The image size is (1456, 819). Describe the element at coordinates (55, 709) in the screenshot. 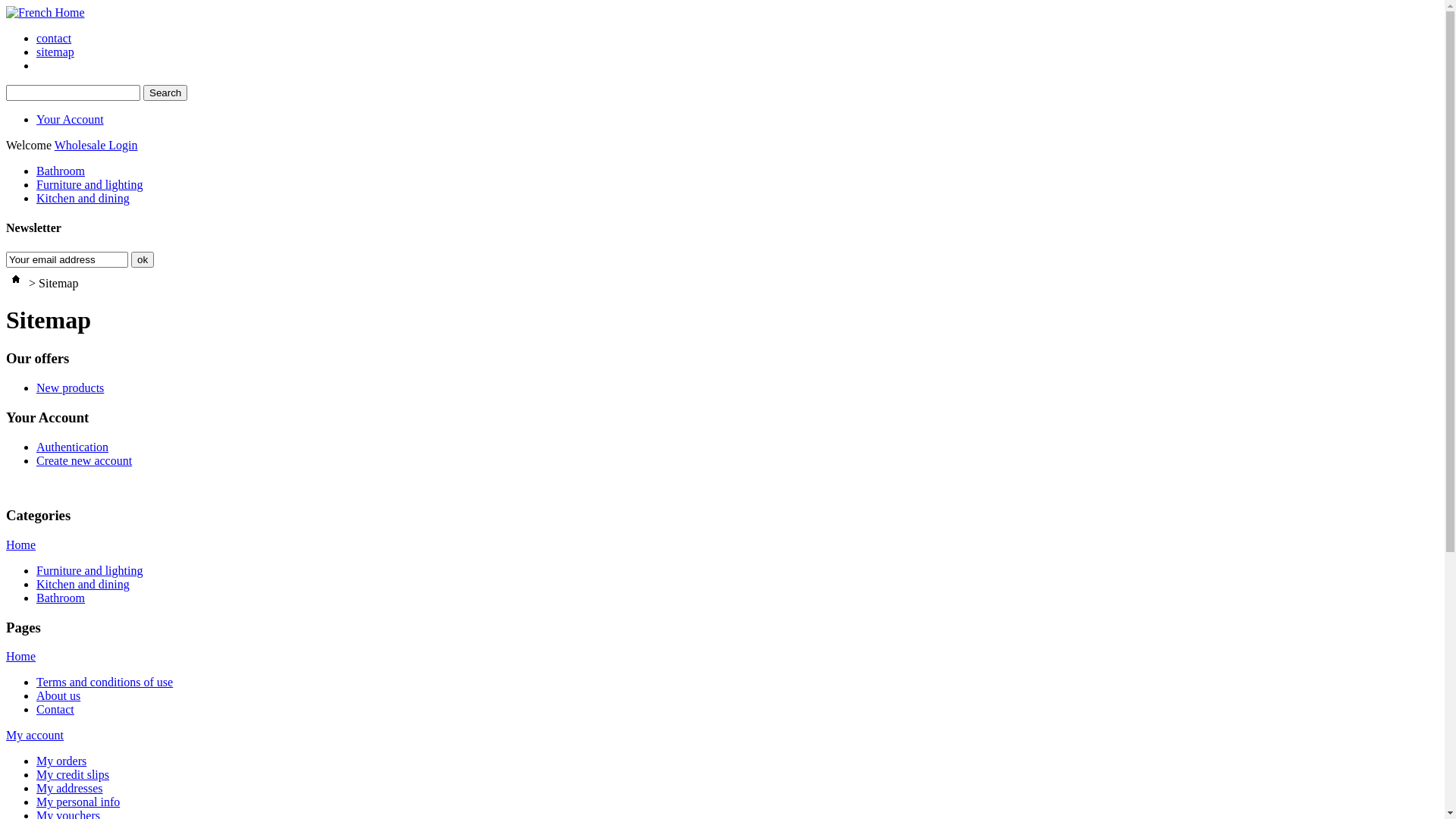

I see `'Contact'` at that location.